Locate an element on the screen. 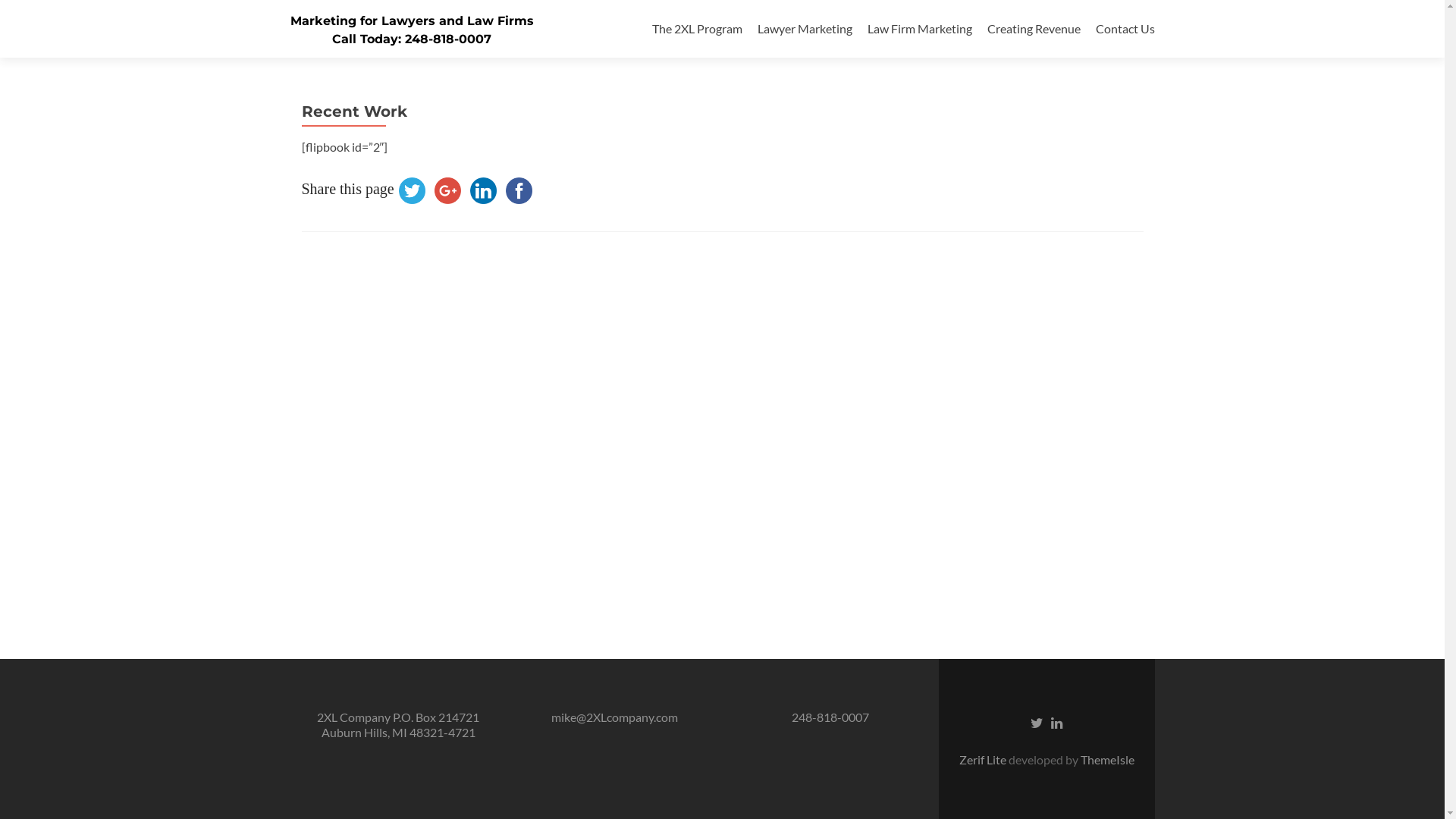  'facebook' is located at coordinates (519, 190).